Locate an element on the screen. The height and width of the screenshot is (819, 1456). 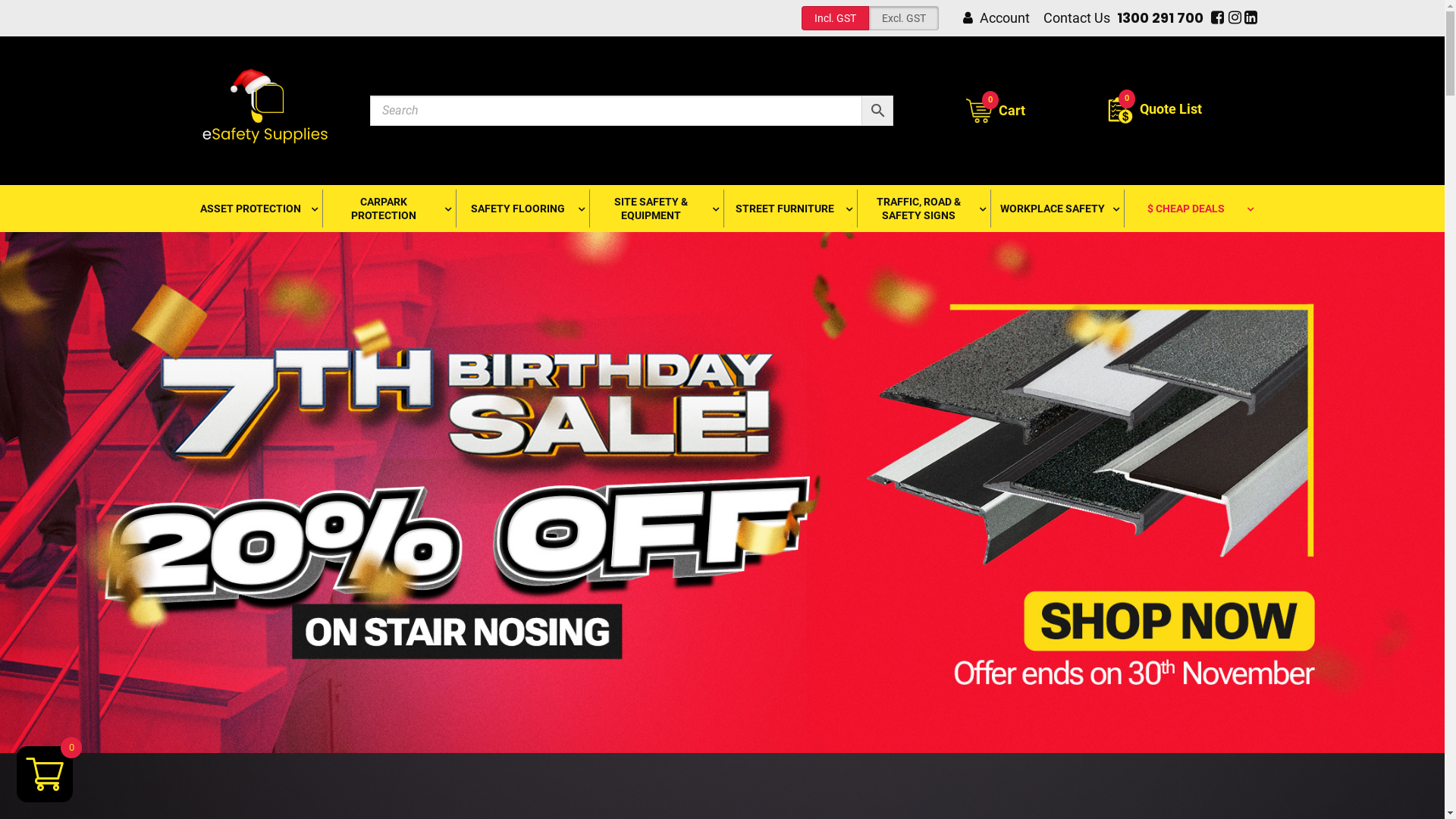
'Account' is located at coordinates (1004, 17).